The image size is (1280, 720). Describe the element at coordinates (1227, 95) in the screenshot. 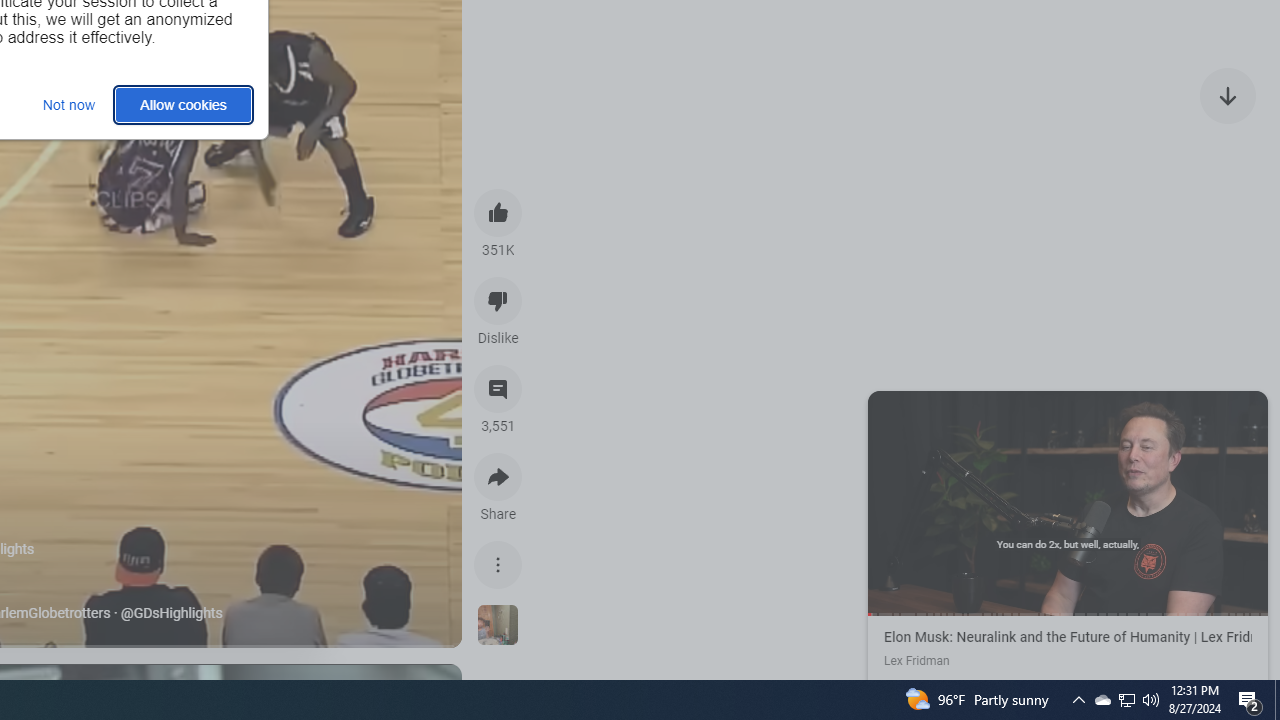

I see `'Next video'` at that location.